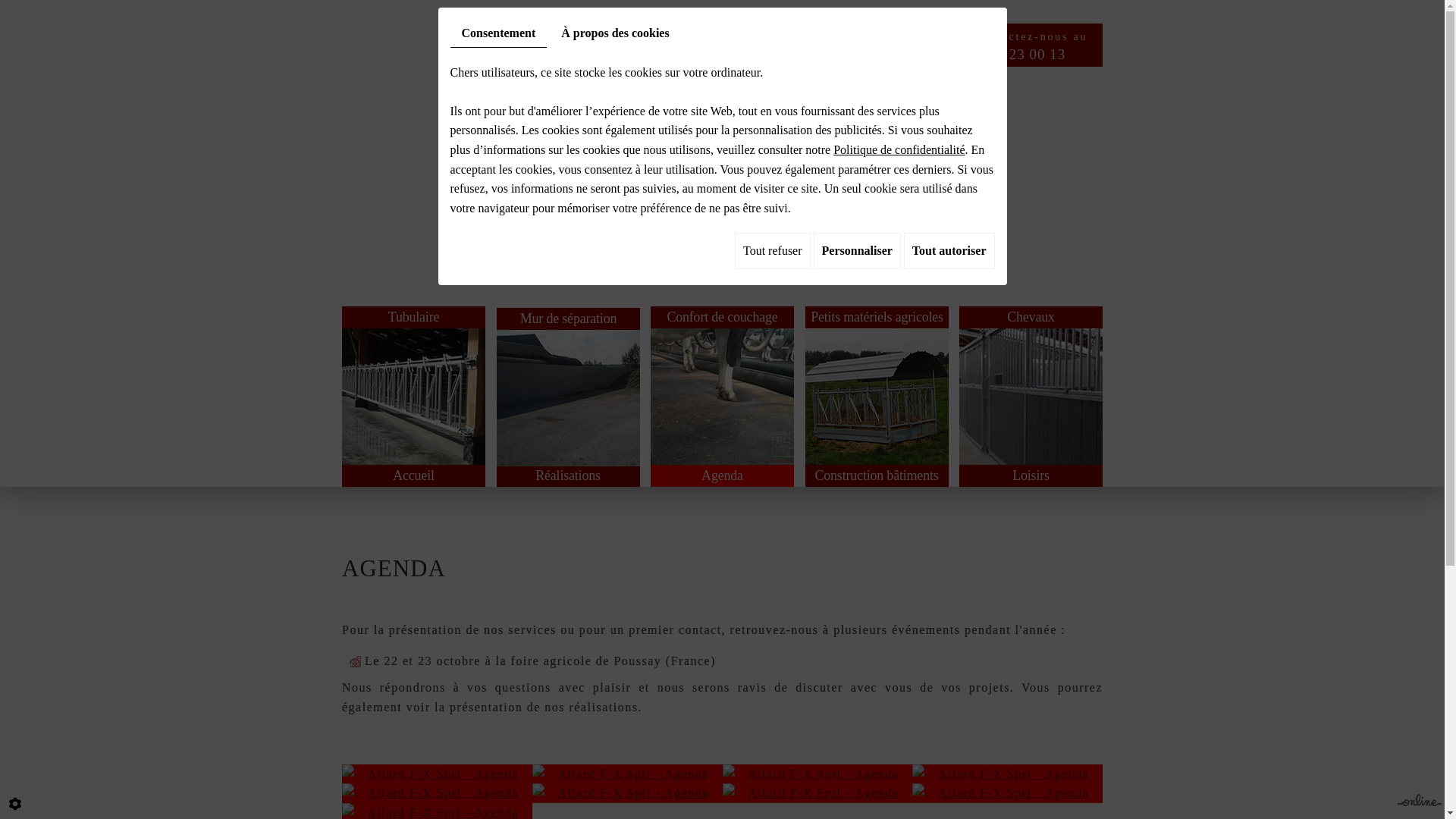 The image size is (1456, 819). I want to click on 'Allard F-X Sprl -  Agenda Foire agricole de Poussay (France)', so click(1007, 774).